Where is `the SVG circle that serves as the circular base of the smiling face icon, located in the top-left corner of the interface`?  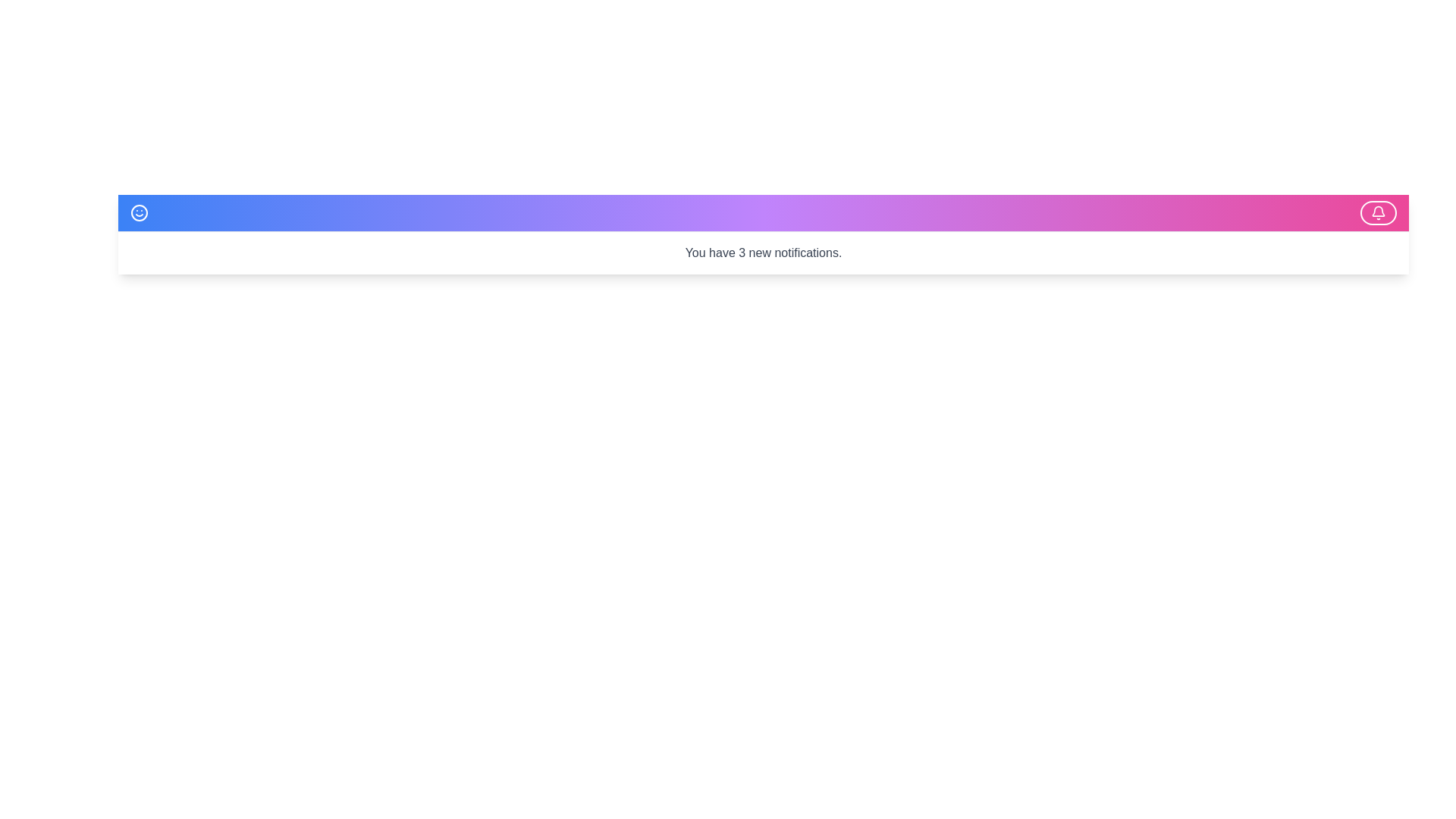
the SVG circle that serves as the circular base of the smiling face icon, located in the top-left corner of the interface is located at coordinates (139, 213).